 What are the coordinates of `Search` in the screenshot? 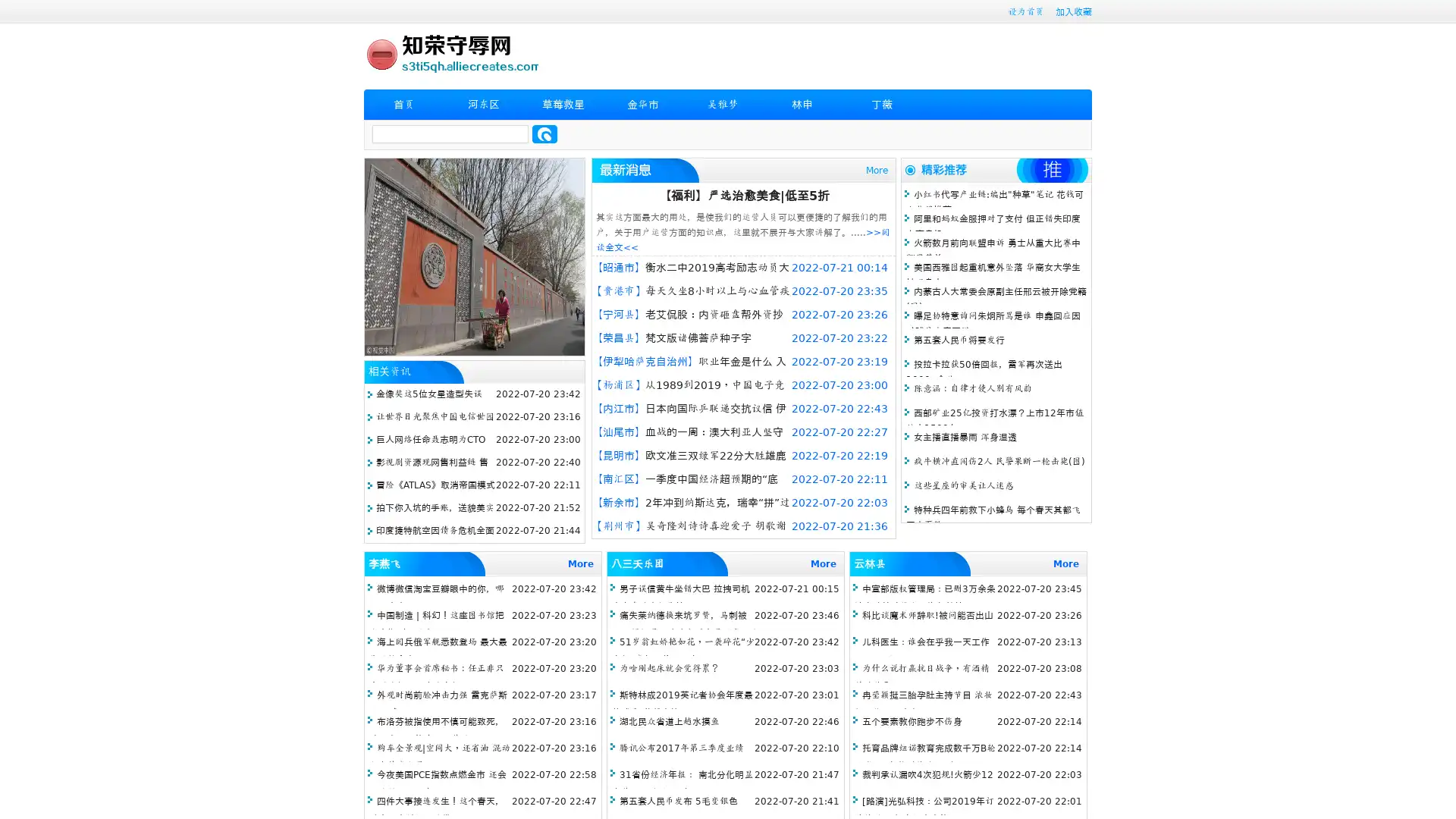 It's located at (544, 133).